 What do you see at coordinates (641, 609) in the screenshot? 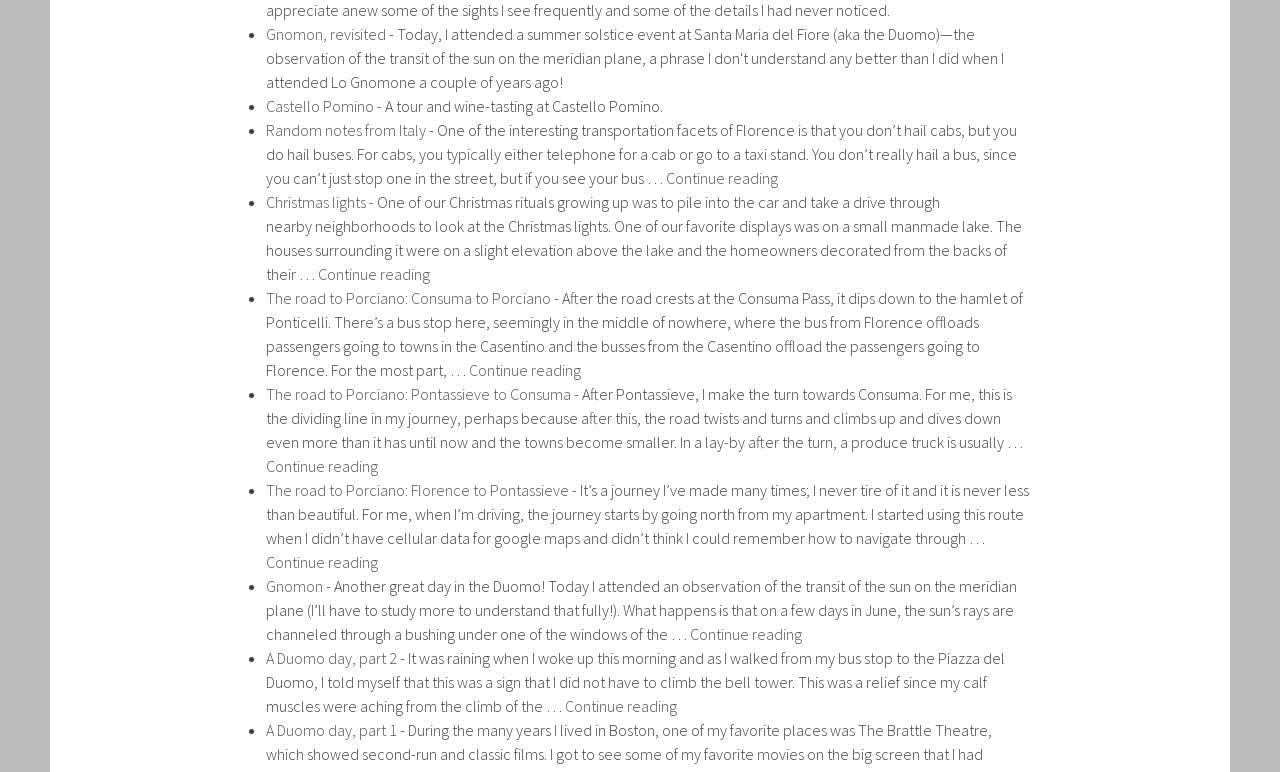
I see `'Another great day in the Duomo! Today I attended an observation of the transit of the sun on the meridian plane (I’ll have to study more to understand that fully!). What happens is that on a few days in June, the sun’s rays are channeled through a bushing under one of the windows of the …'` at bounding box center [641, 609].